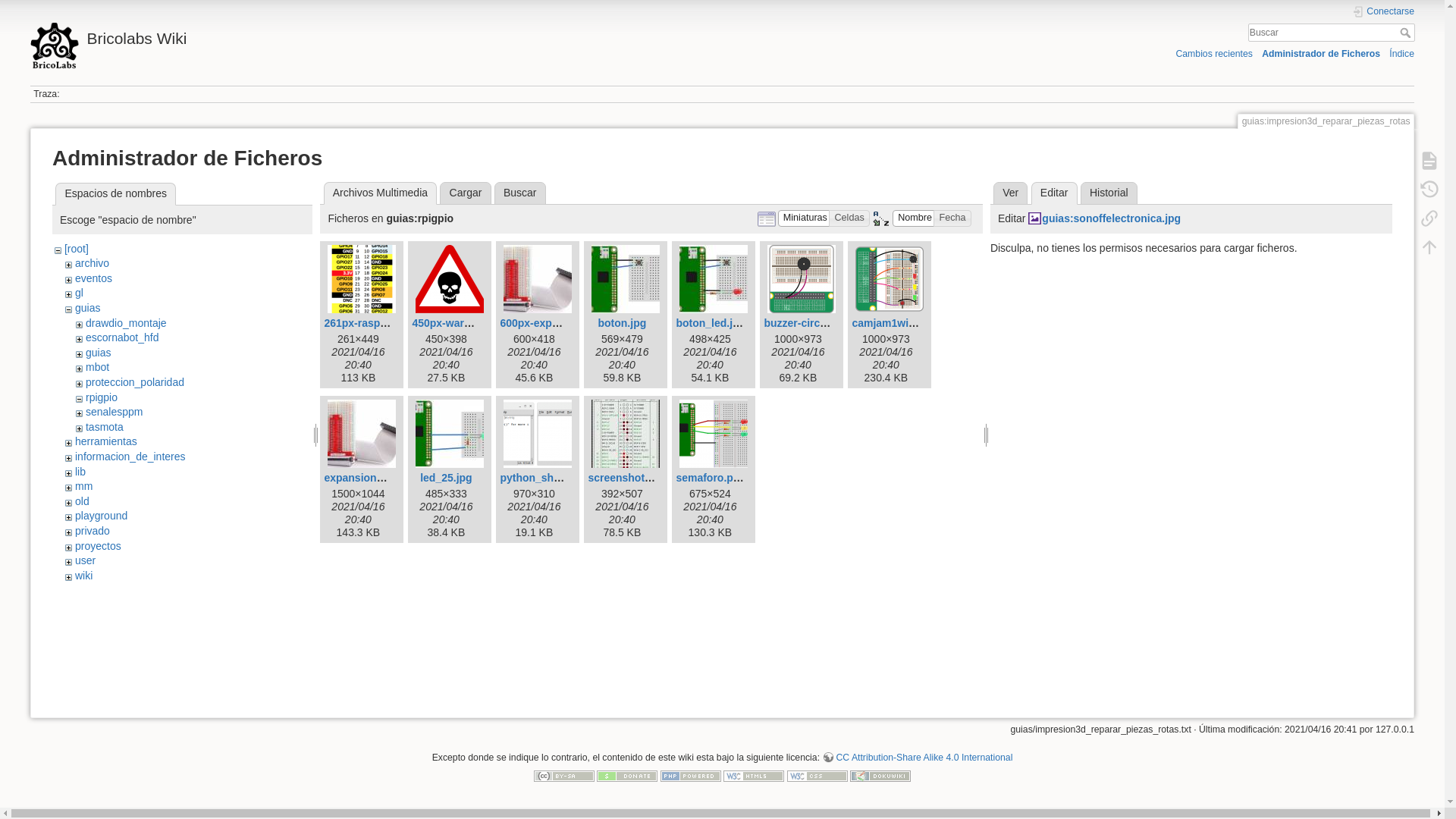 The width and height of the screenshot is (1456, 819). Describe the element at coordinates (81, 500) in the screenshot. I see `'old'` at that location.